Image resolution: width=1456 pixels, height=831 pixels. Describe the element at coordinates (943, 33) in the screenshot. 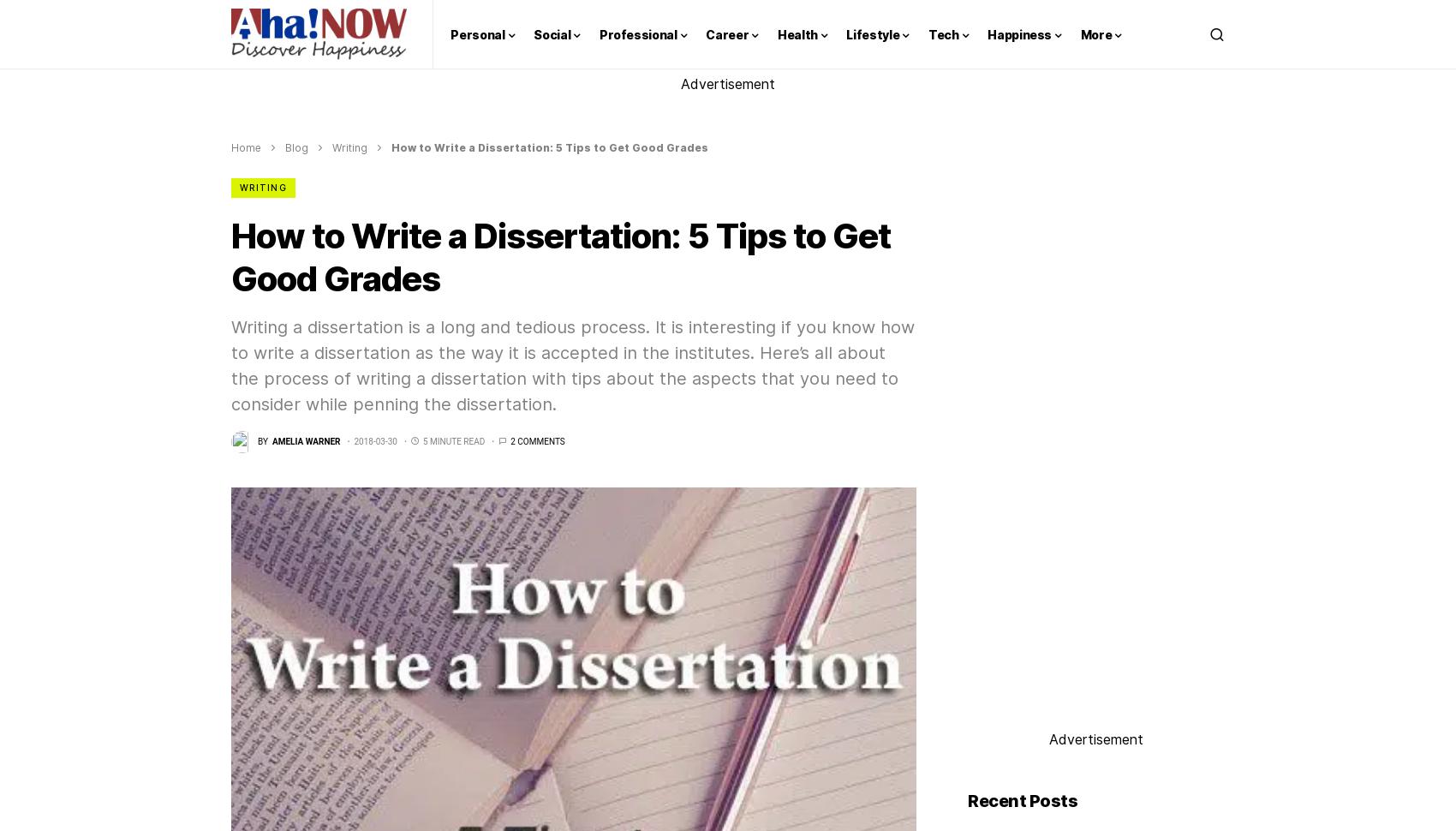

I see `'Tech'` at that location.